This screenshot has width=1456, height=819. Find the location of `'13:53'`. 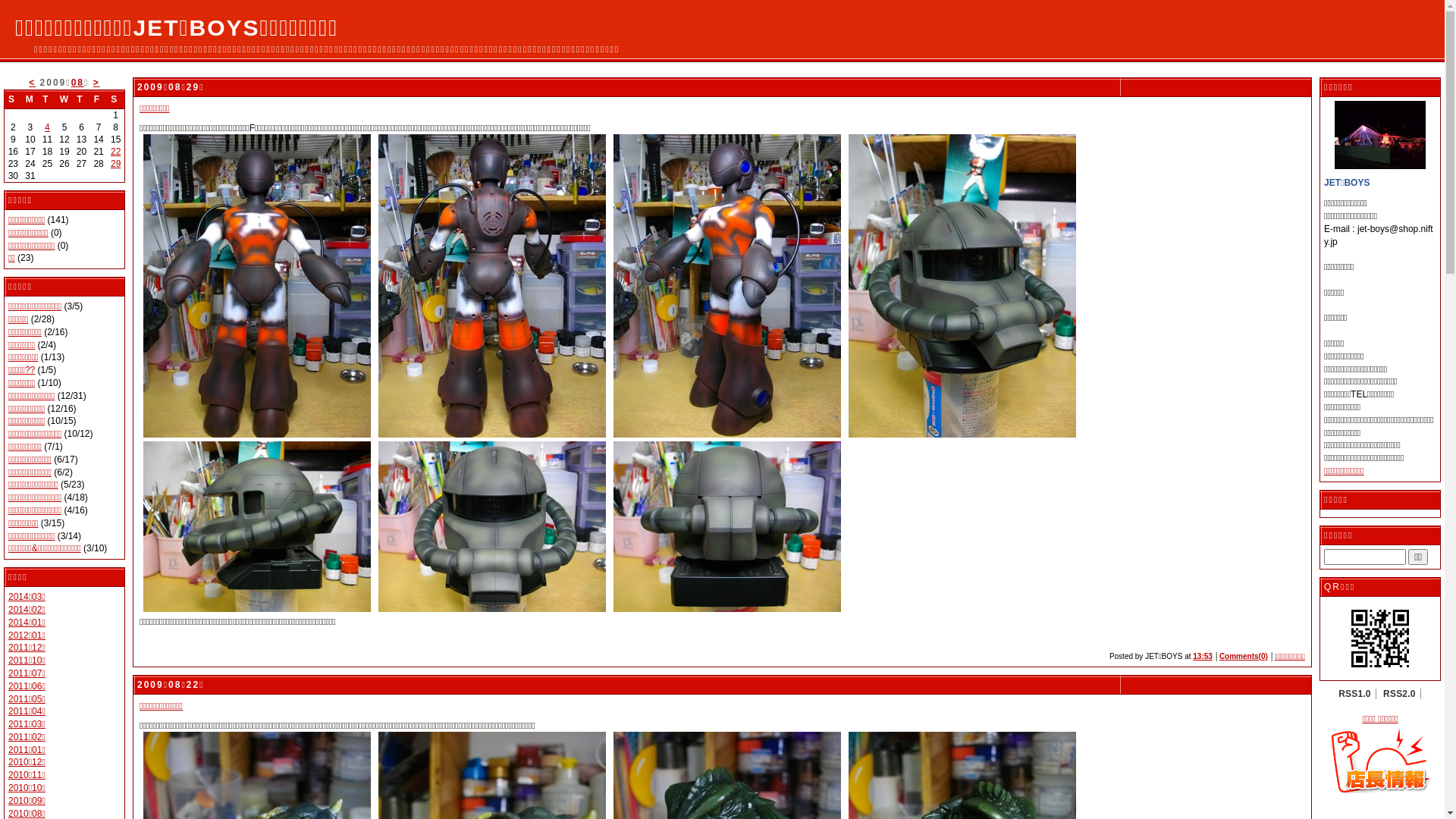

'13:53' is located at coordinates (1201, 655).